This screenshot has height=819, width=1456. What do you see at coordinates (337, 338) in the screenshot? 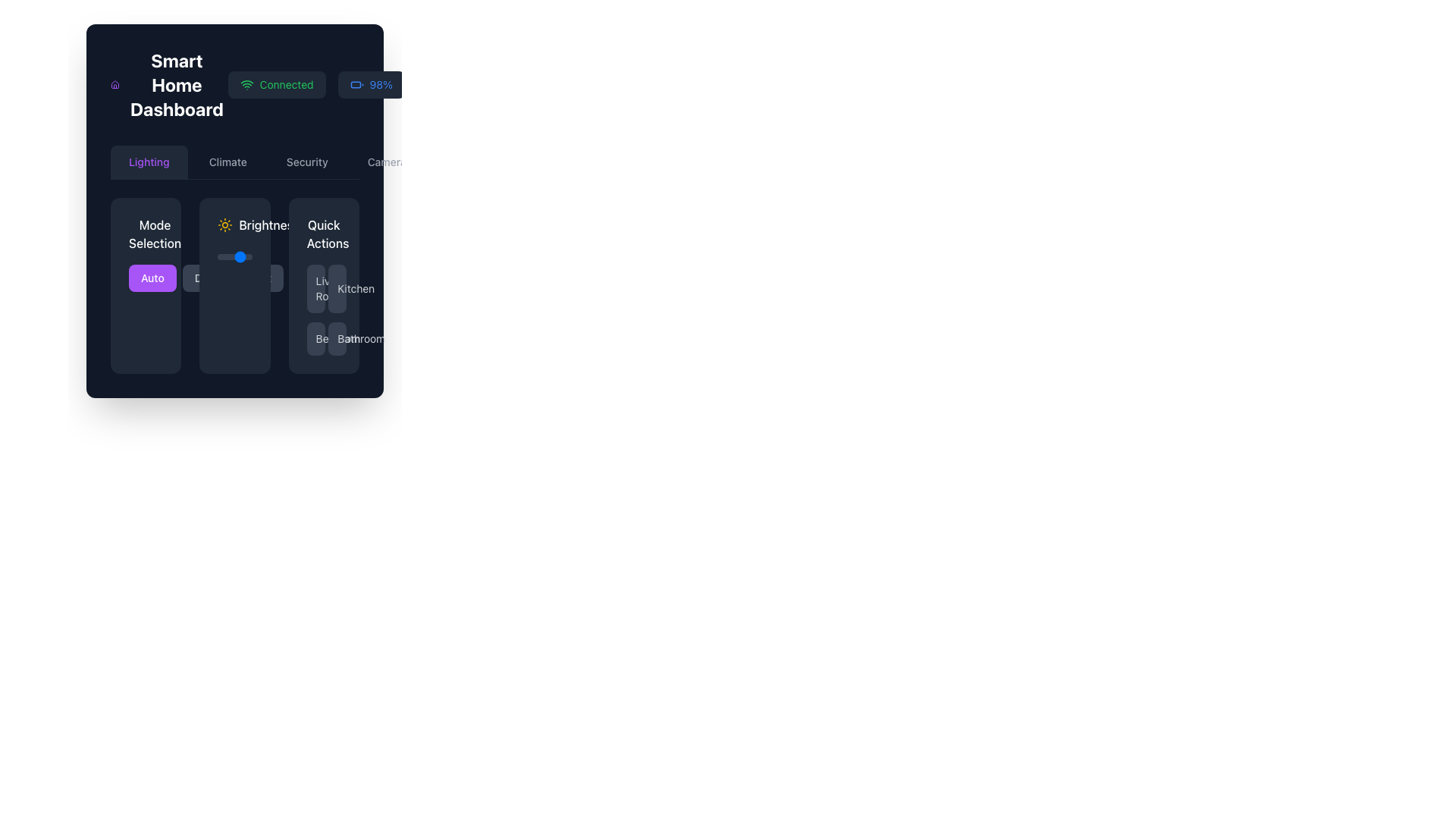
I see `the 'Bathroom' button, which is a rectangular button with rounded corners and light gray text, located in the bottom-right corner of the grid under 'Quick Actions'` at bounding box center [337, 338].